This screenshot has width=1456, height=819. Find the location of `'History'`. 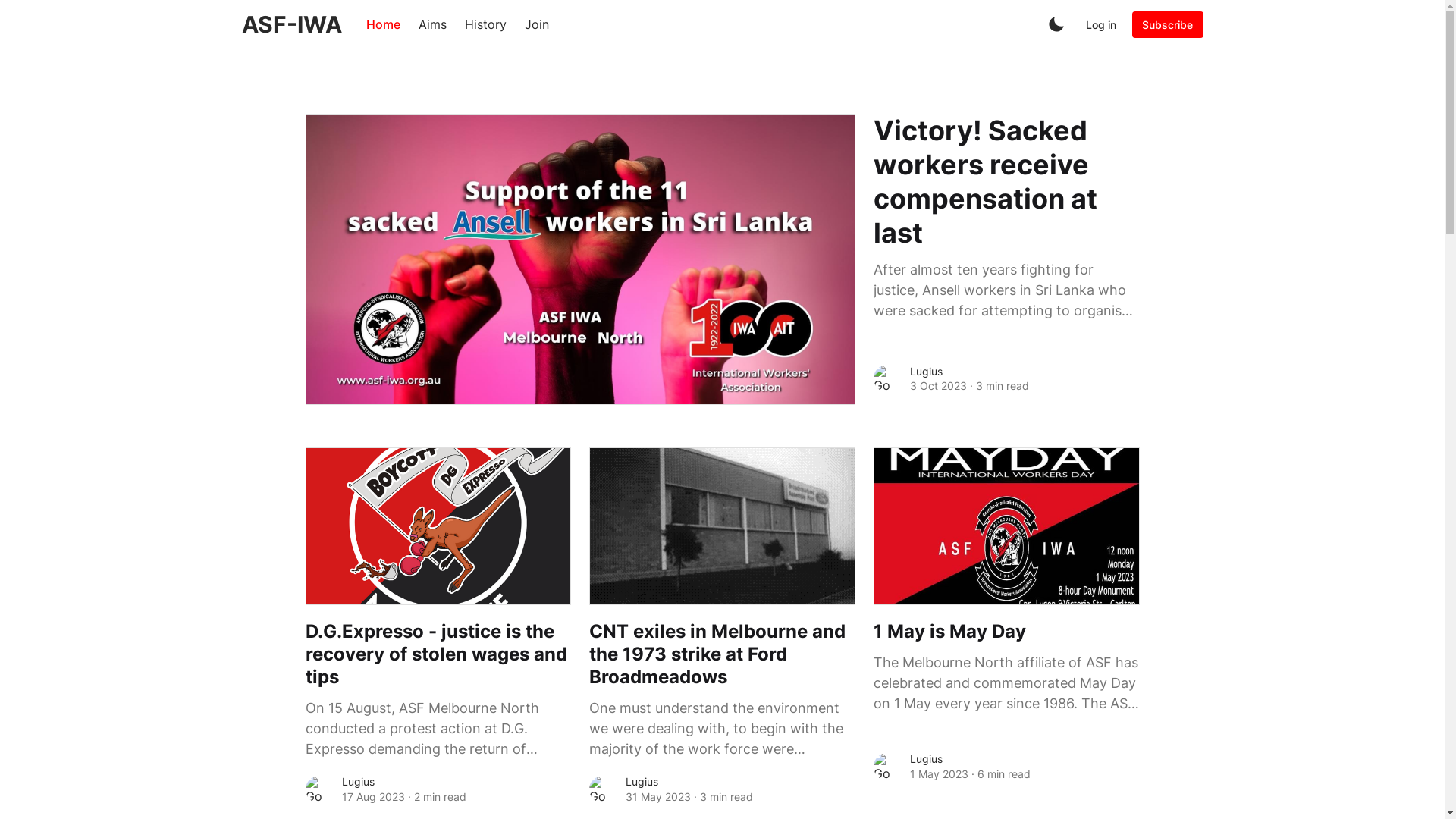

'History' is located at coordinates (454, 24).